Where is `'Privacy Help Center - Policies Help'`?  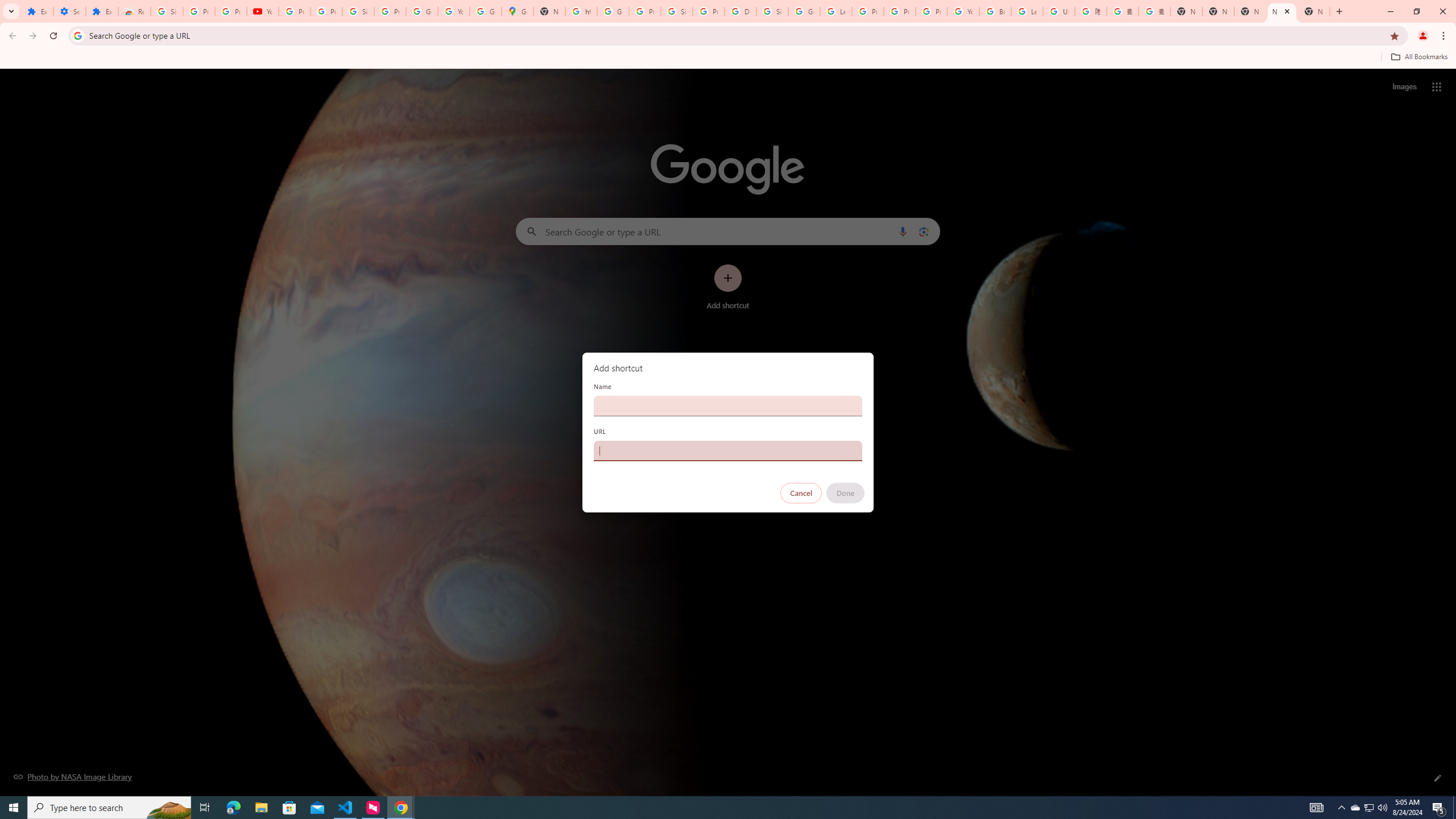
'Privacy Help Center - Policies Help' is located at coordinates (868, 11).